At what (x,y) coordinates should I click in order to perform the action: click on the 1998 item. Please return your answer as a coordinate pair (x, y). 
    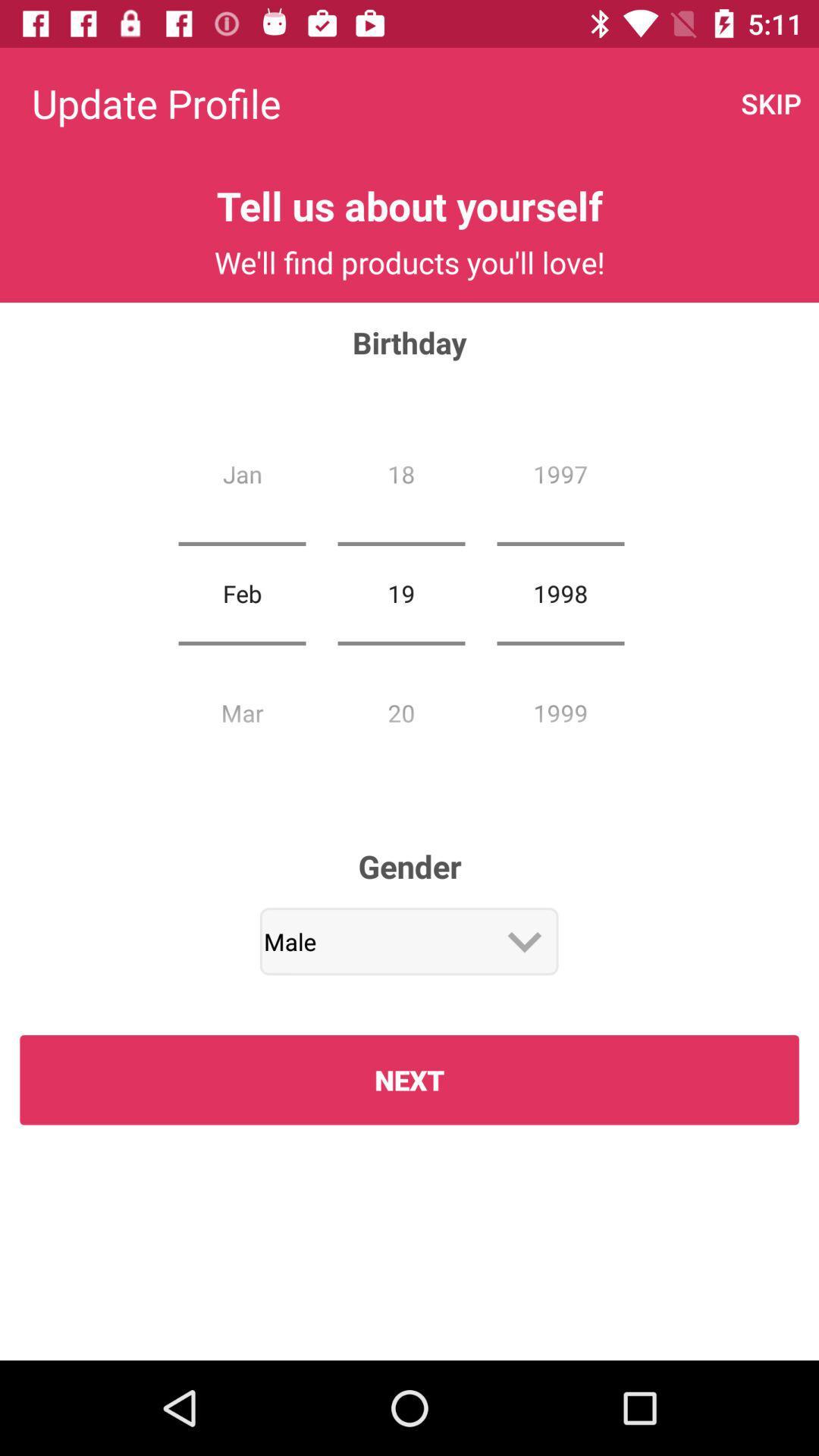
    Looking at the image, I should click on (560, 592).